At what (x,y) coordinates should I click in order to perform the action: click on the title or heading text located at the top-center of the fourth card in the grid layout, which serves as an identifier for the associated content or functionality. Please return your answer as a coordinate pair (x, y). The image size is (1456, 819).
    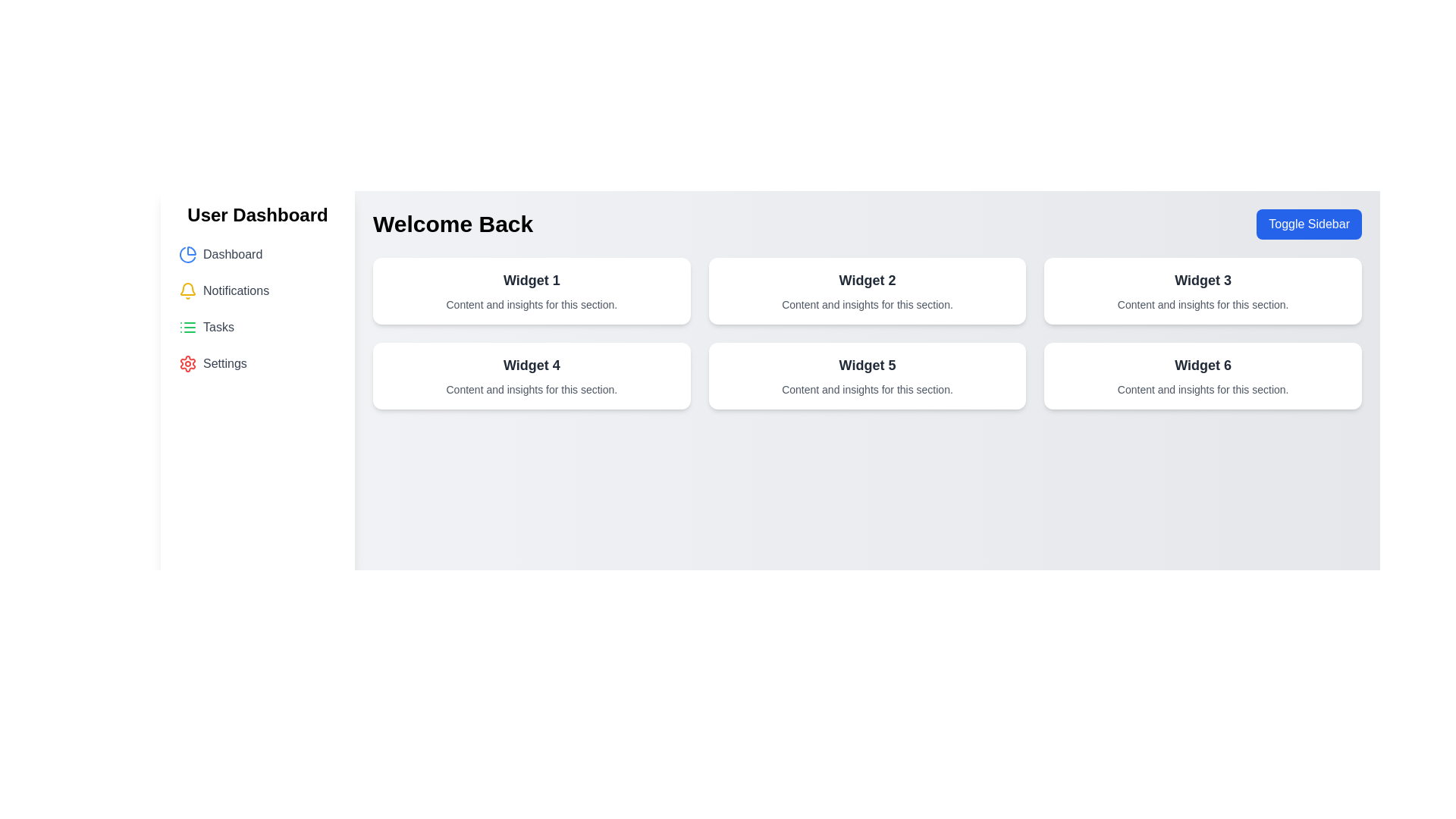
    Looking at the image, I should click on (532, 366).